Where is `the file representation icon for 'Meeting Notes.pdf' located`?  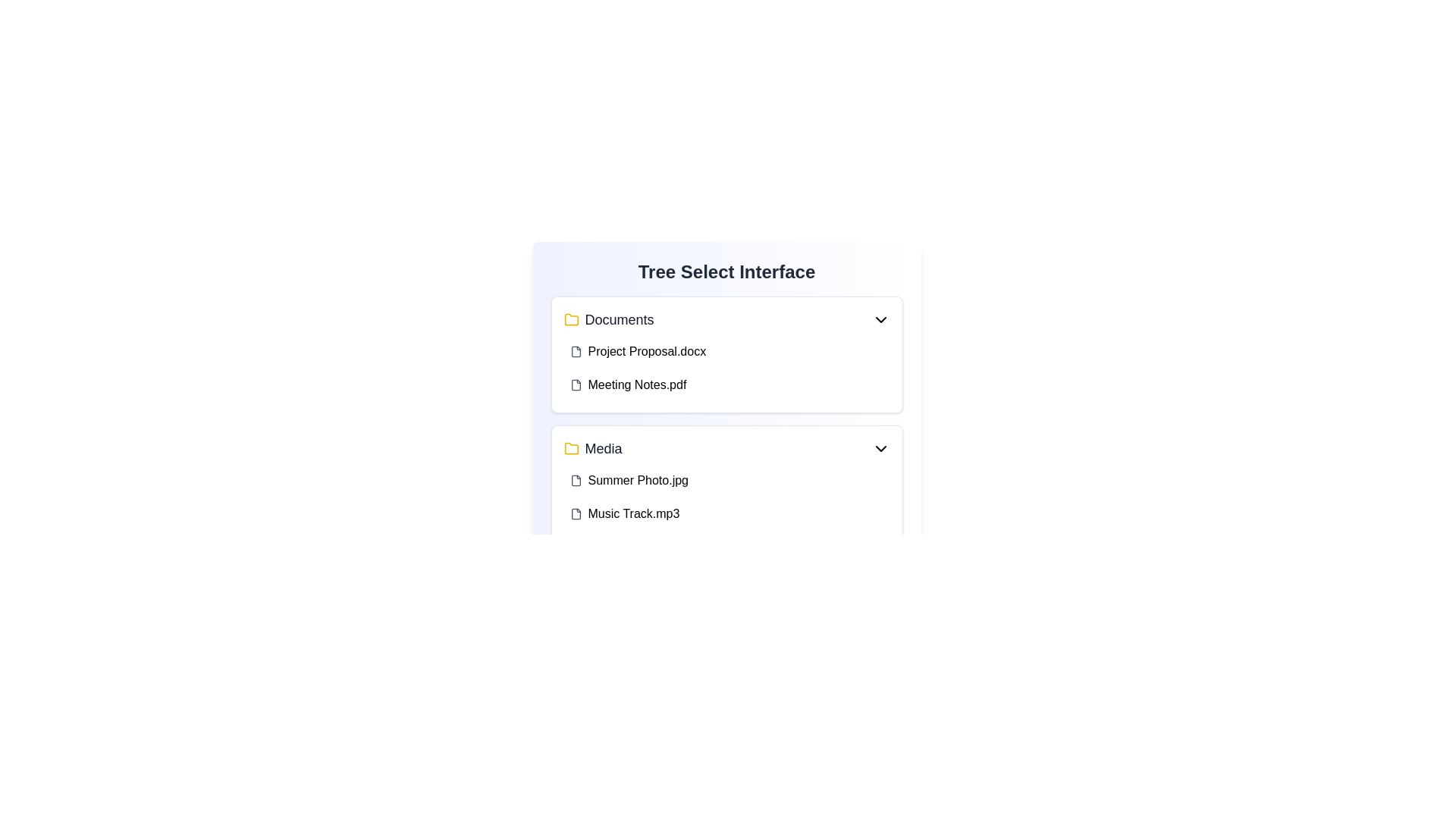 the file representation icon for 'Meeting Notes.pdf' located is located at coordinates (575, 384).